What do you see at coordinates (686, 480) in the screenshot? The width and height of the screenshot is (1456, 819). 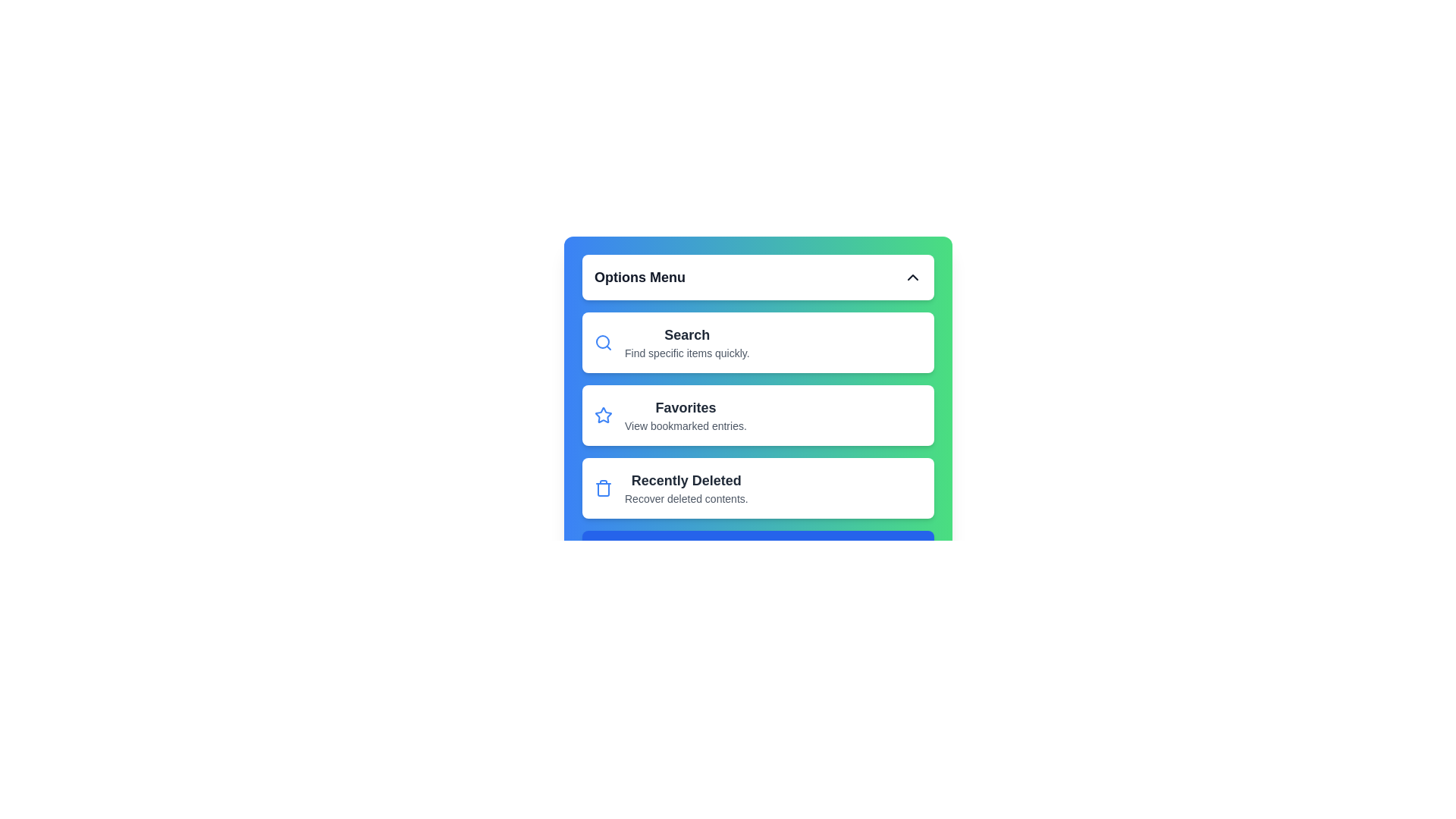 I see `the 'Recently Deleted' text label, which is the title of the third option in the vertical menu, displaying the phrase in bold dark gray above the subtitle 'Recover deleted contents.'` at bounding box center [686, 480].